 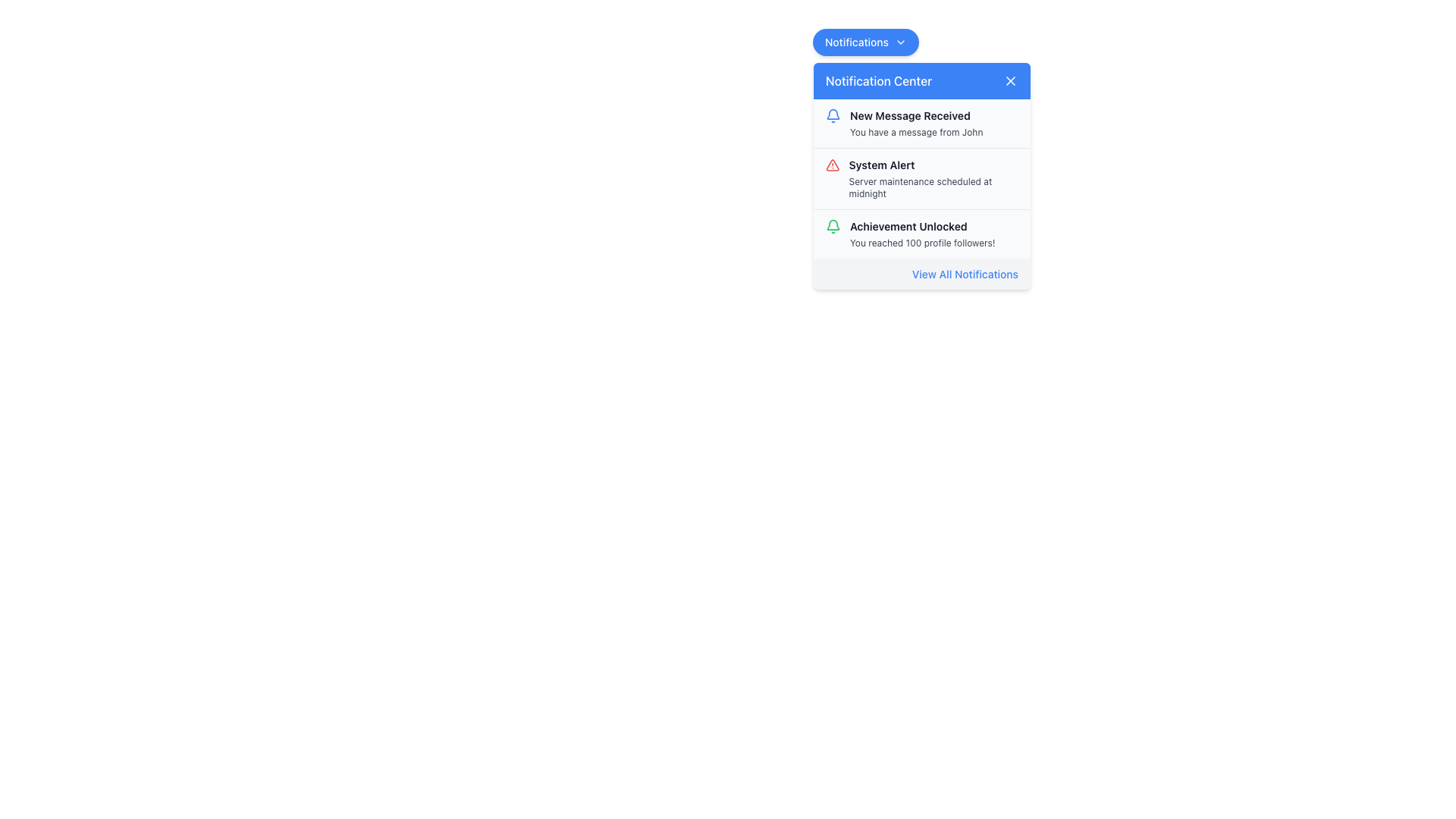 I want to click on the third notification entry in the Notification Center that displays 'Achievement Unlocked' with the message 'You reached 100 profile followers!' to interact with it, so click(x=921, y=234).